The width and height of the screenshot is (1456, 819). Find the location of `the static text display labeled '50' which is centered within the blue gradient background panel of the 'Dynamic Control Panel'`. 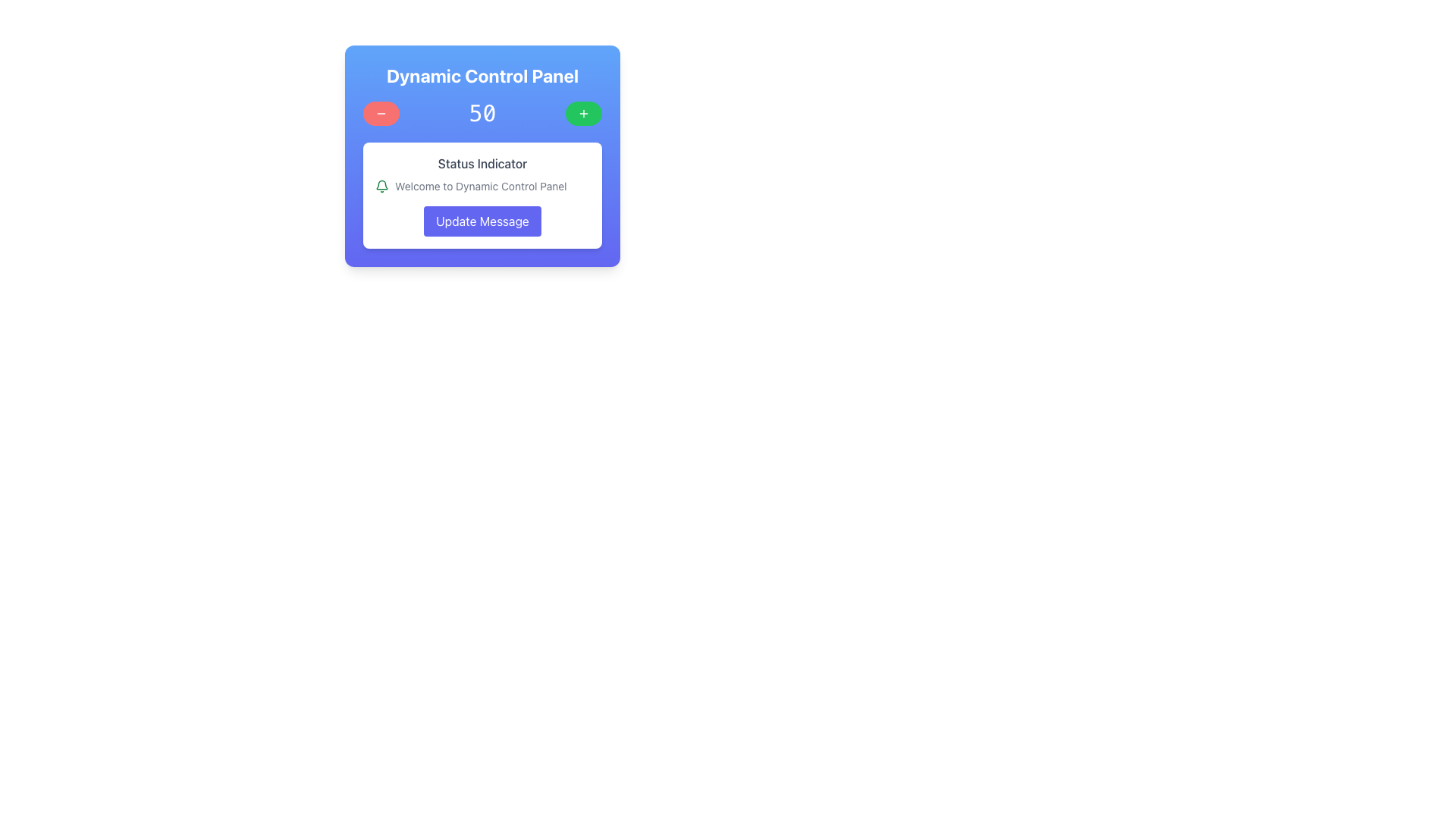

the static text display labeled '50' which is centered within the blue gradient background panel of the 'Dynamic Control Panel' is located at coordinates (482, 113).